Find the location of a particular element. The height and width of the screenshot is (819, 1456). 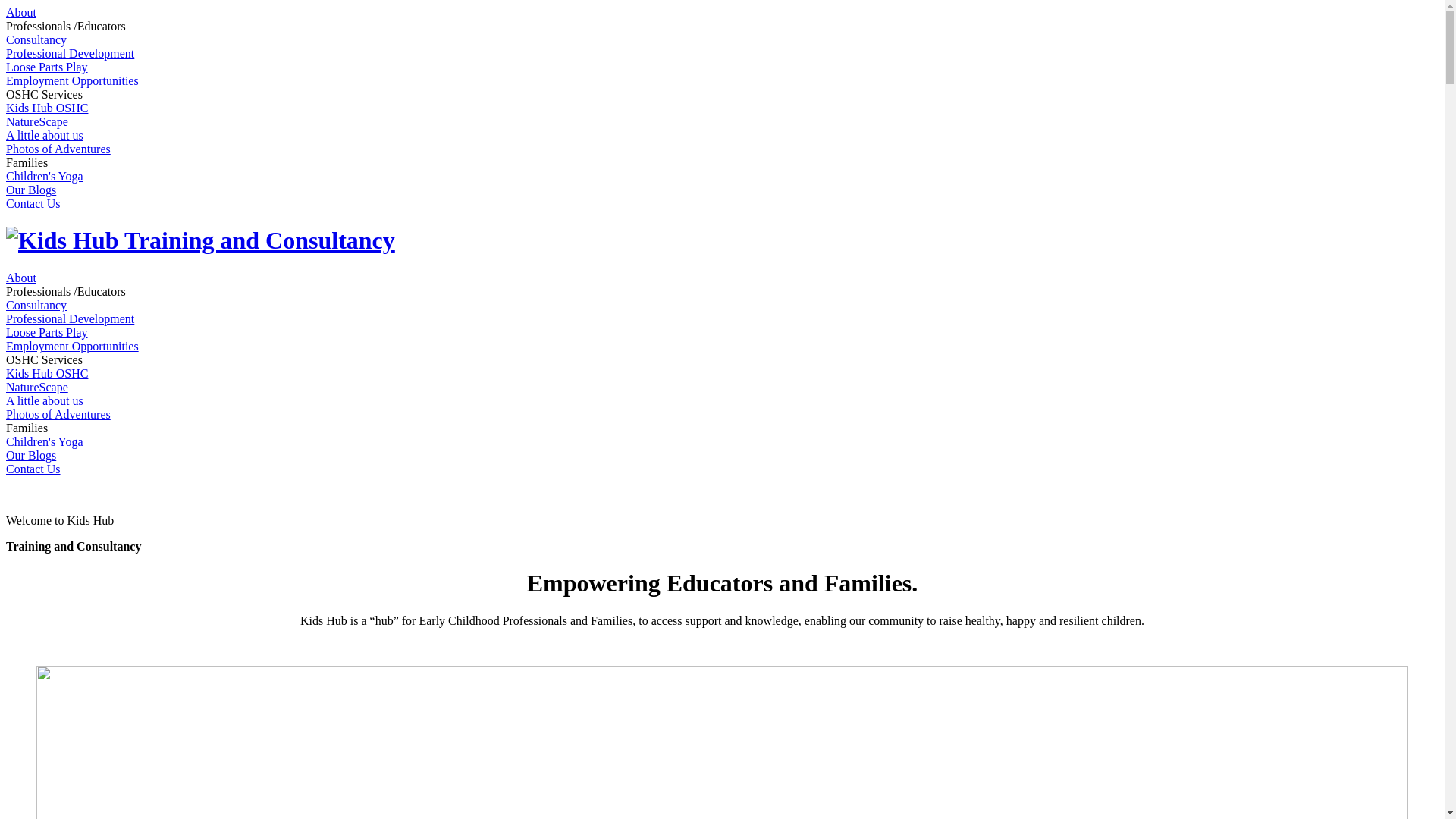

'Loose Parts Play' is located at coordinates (47, 331).